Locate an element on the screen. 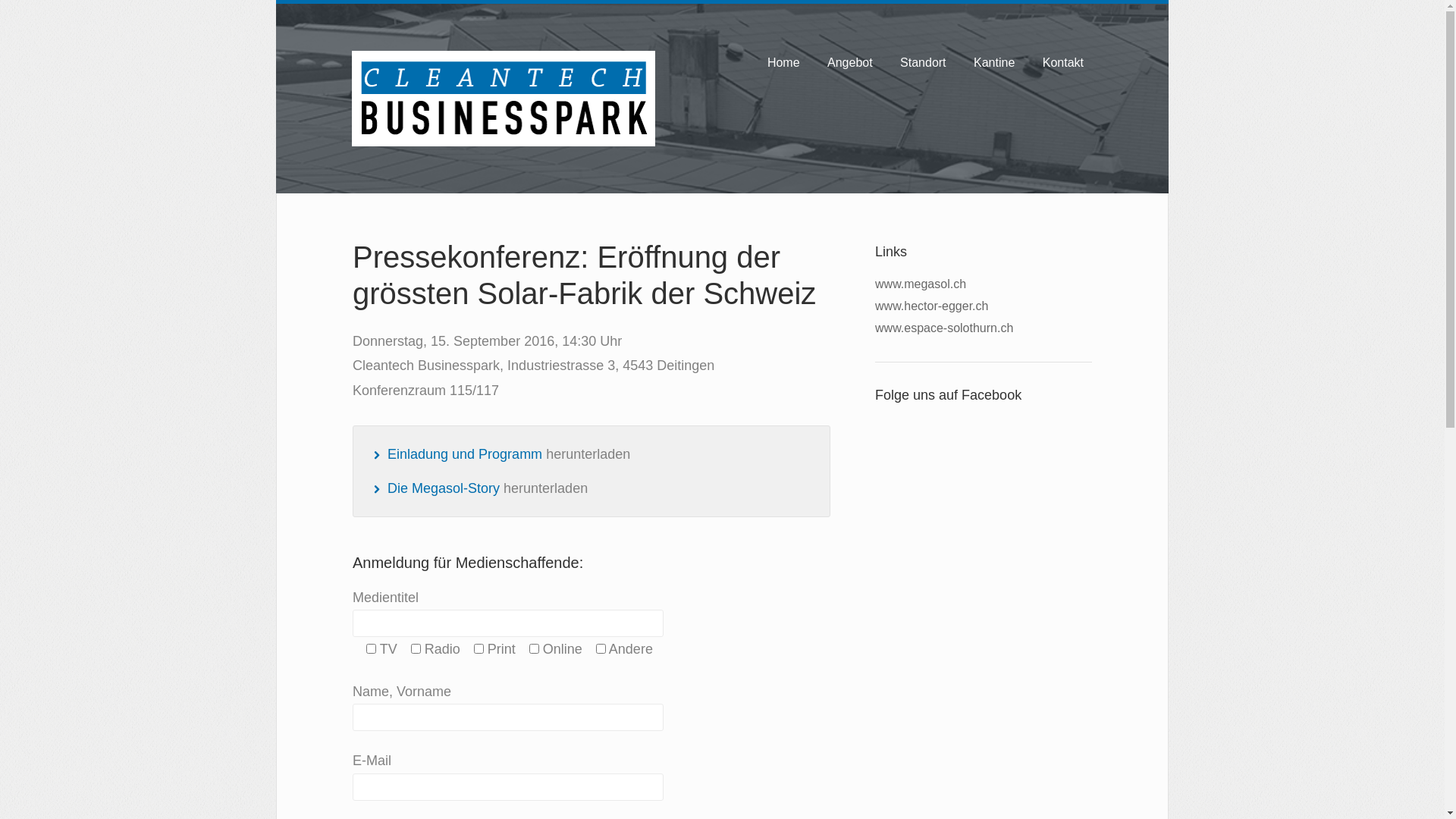 The image size is (1456, 819). 'www.hector-egger.ch' is located at coordinates (930, 306).